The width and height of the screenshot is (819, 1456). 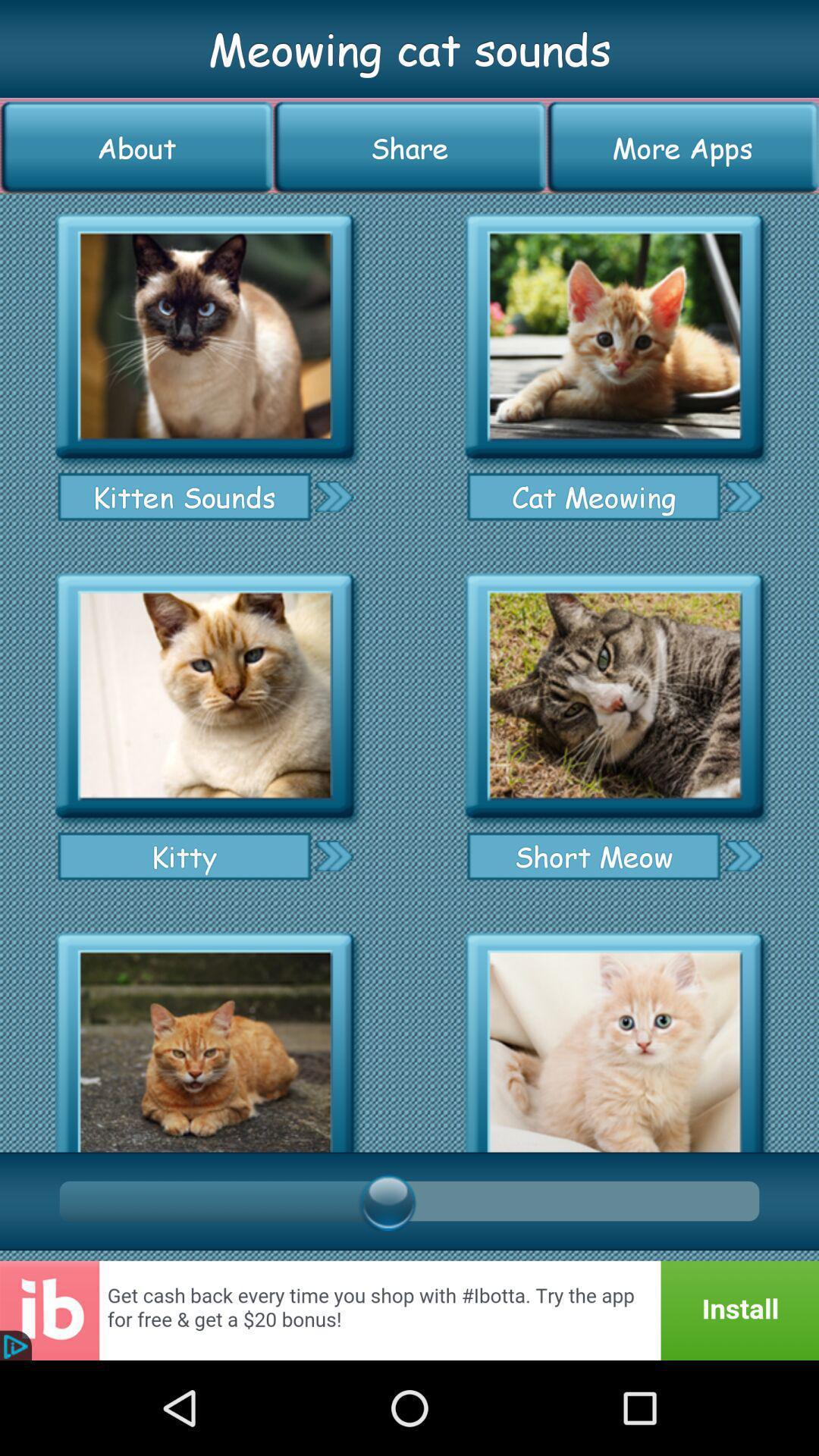 I want to click on icon to the right of about button, so click(x=409, y=147).